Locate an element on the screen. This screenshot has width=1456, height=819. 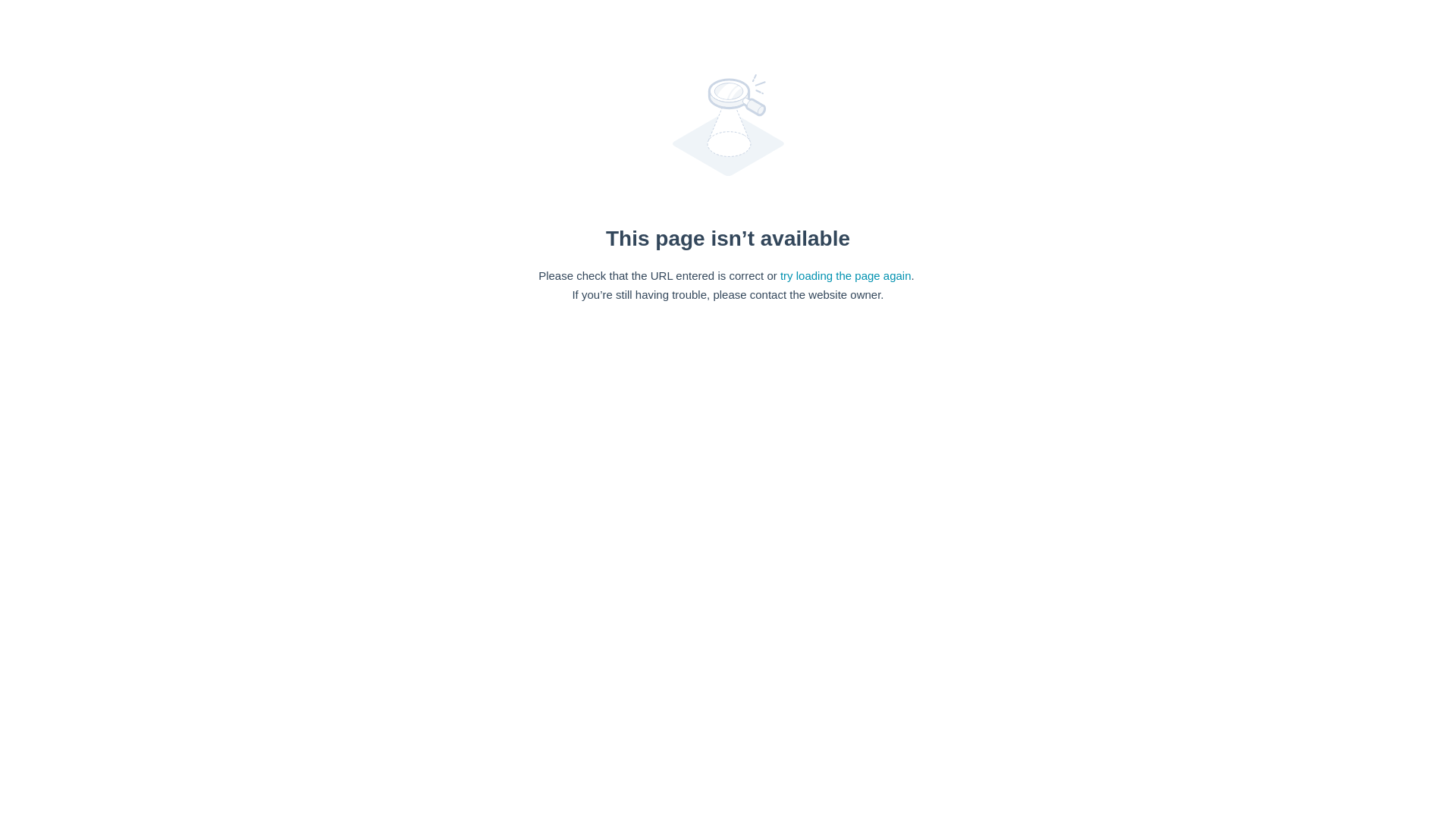
'try loading the page again' is located at coordinates (780, 275).